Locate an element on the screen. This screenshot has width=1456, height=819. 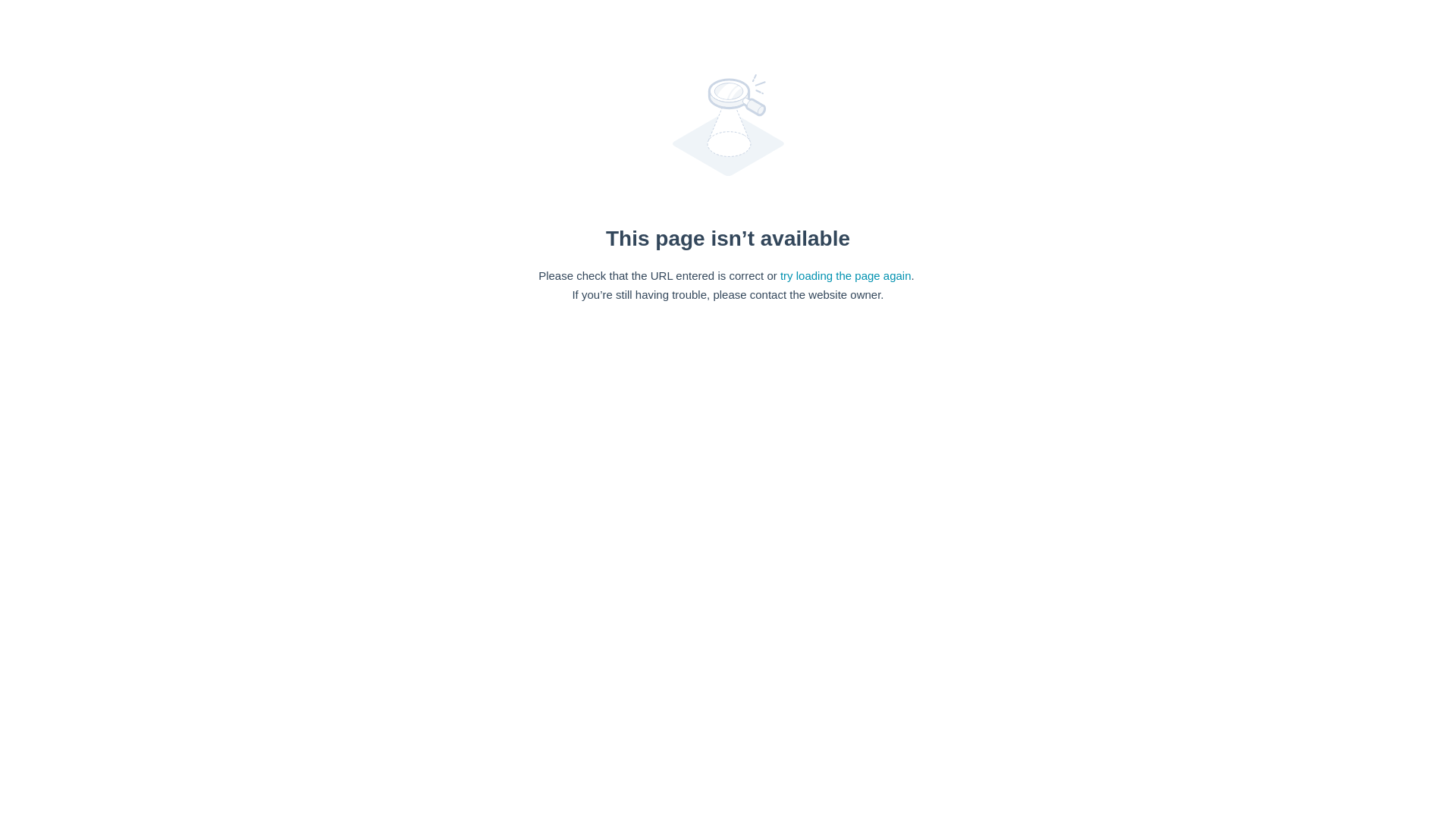
'try loading the page again' is located at coordinates (780, 275).